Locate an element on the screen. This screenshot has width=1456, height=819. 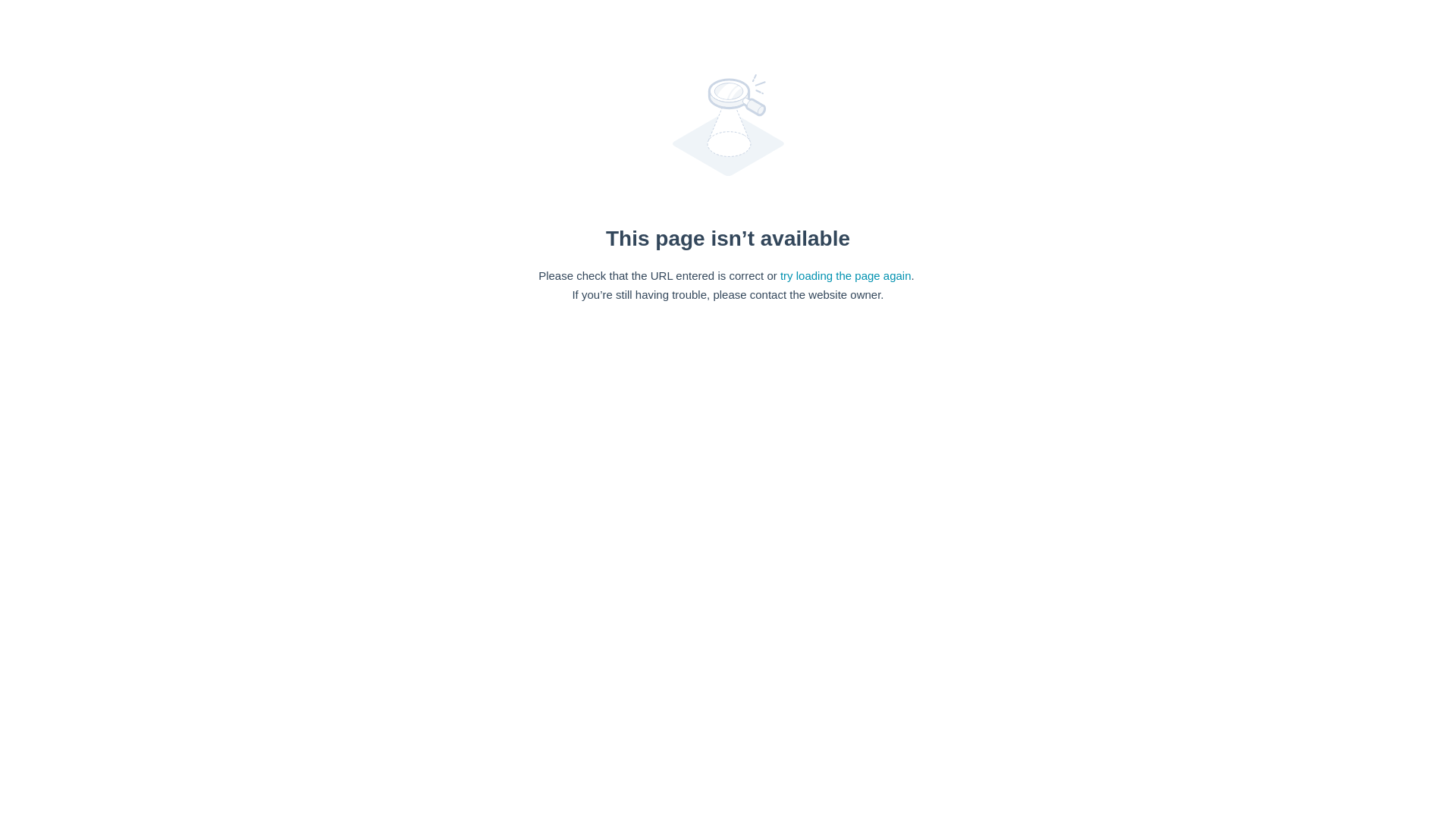
'try loading the page again' is located at coordinates (780, 275).